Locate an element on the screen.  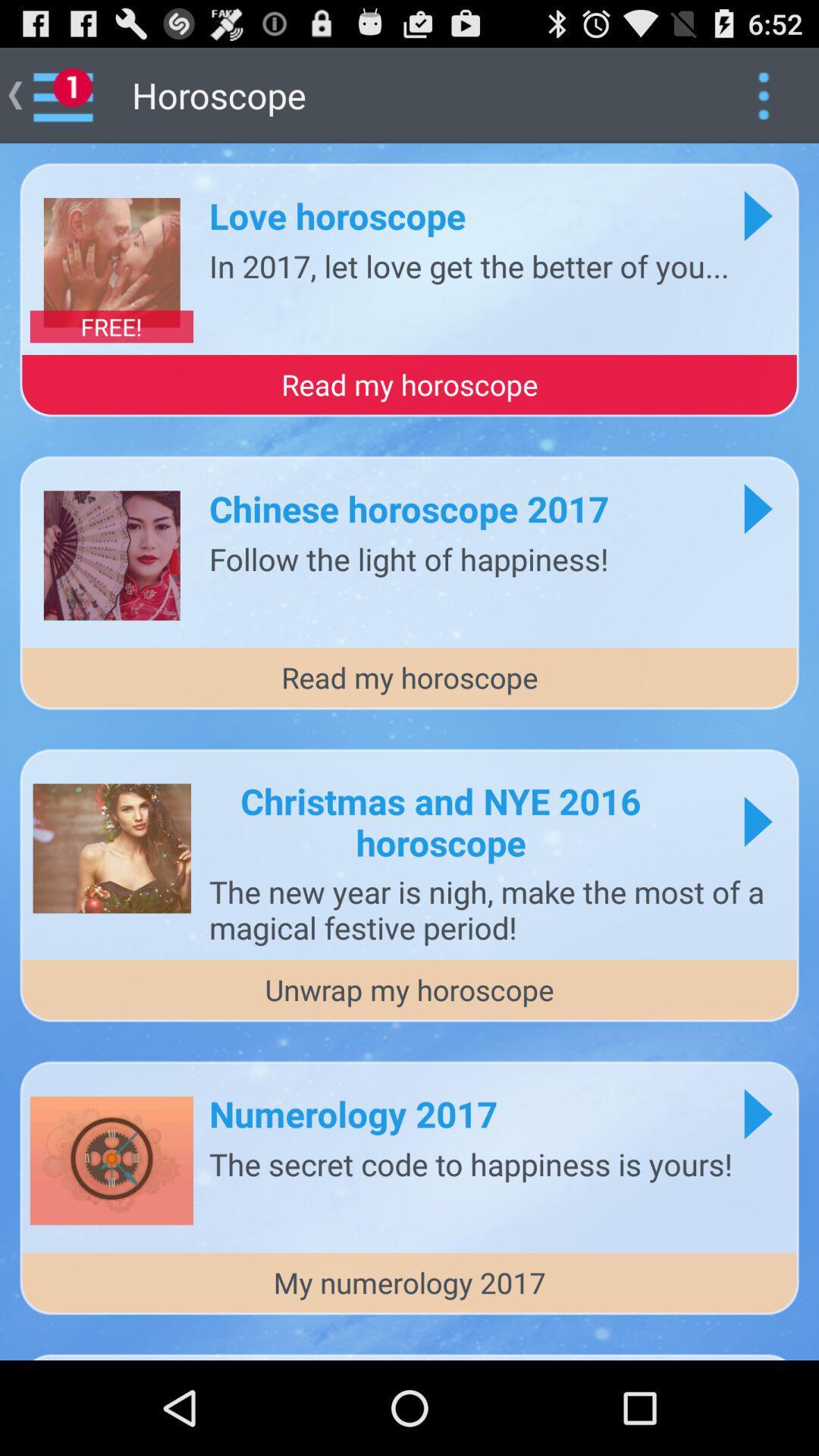
icon to the right of horoscope item is located at coordinates (763, 94).